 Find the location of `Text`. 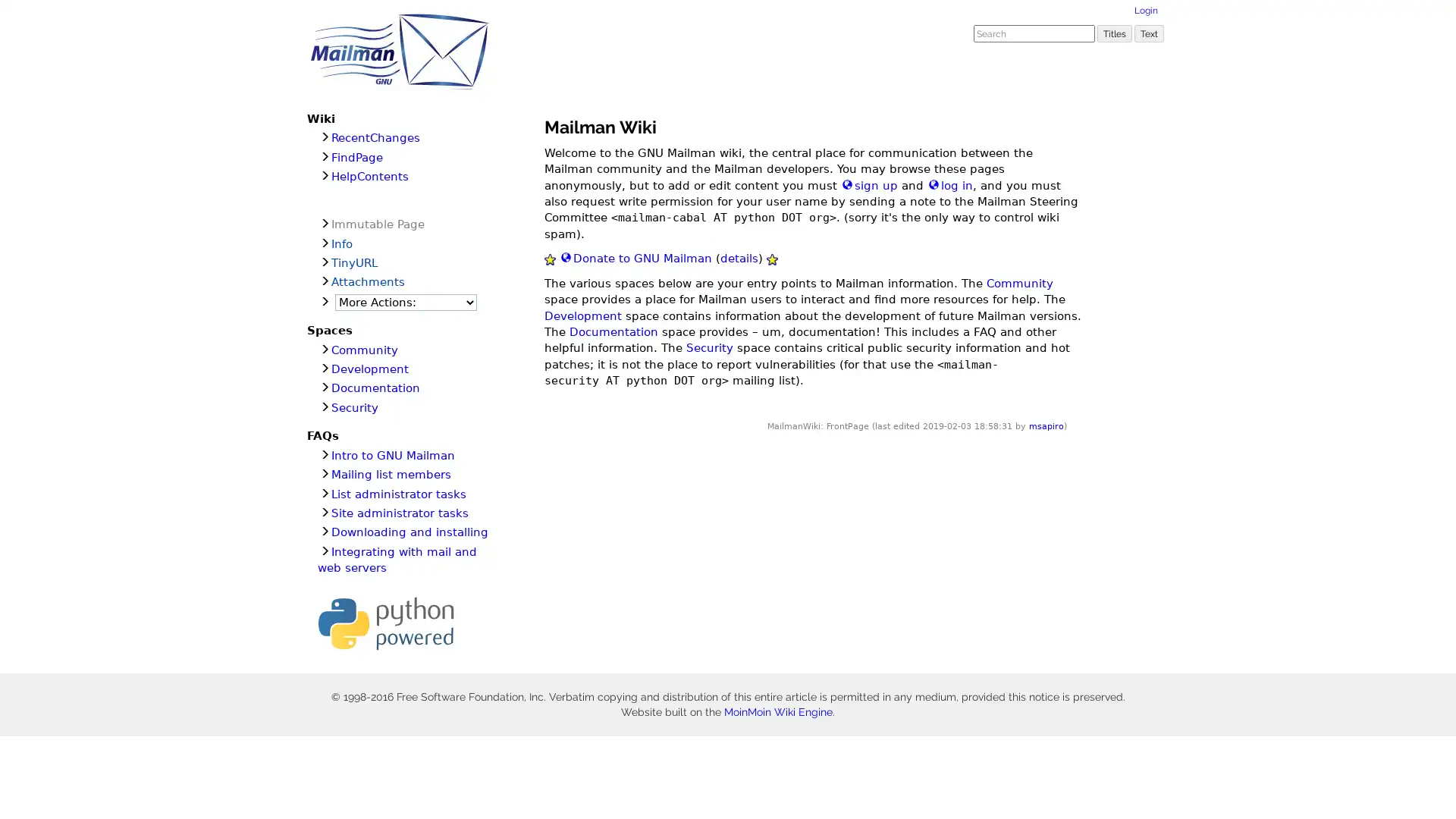

Text is located at coordinates (1149, 33).